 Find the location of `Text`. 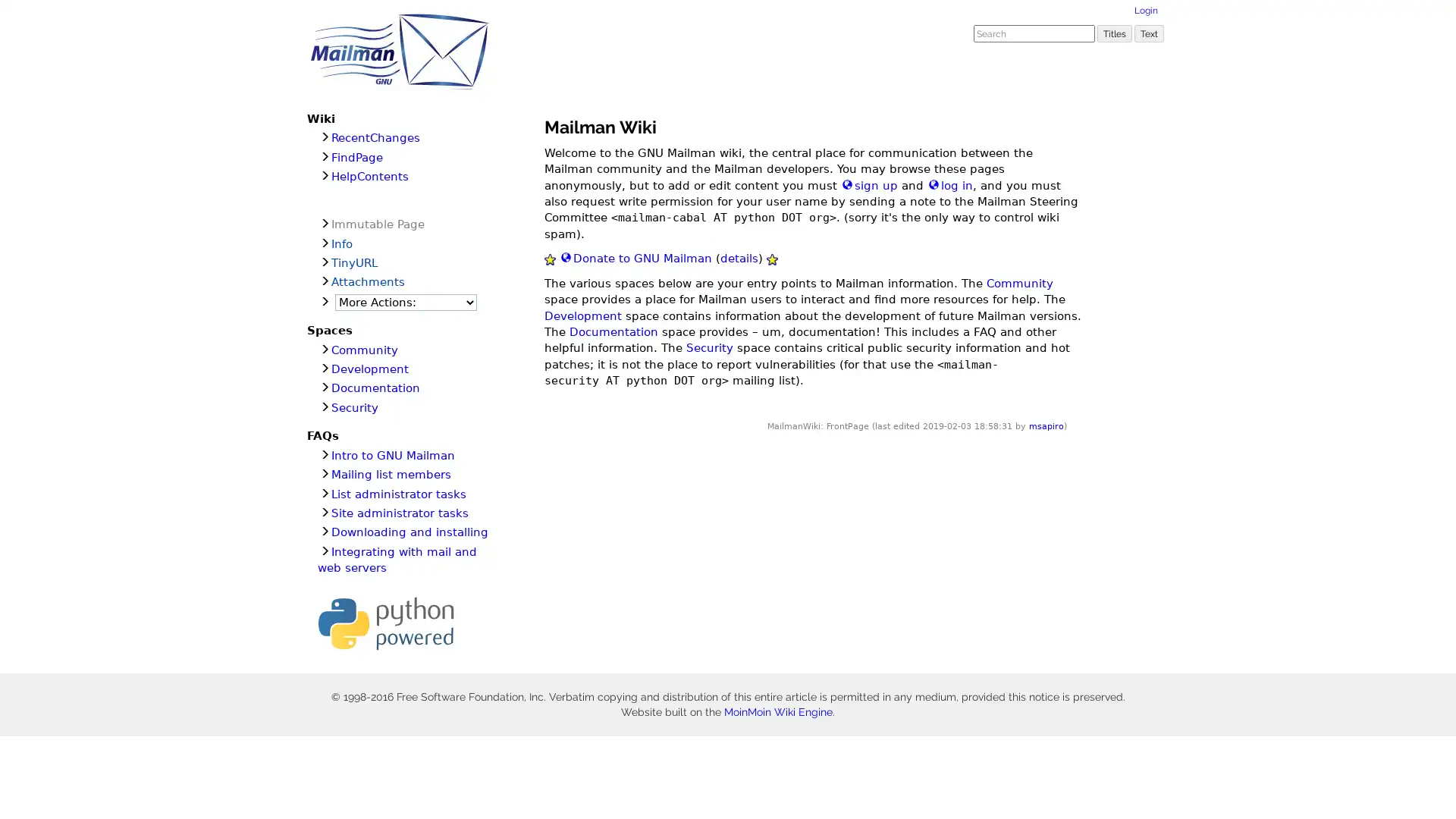

Text is located at coordinates (1149, 33).